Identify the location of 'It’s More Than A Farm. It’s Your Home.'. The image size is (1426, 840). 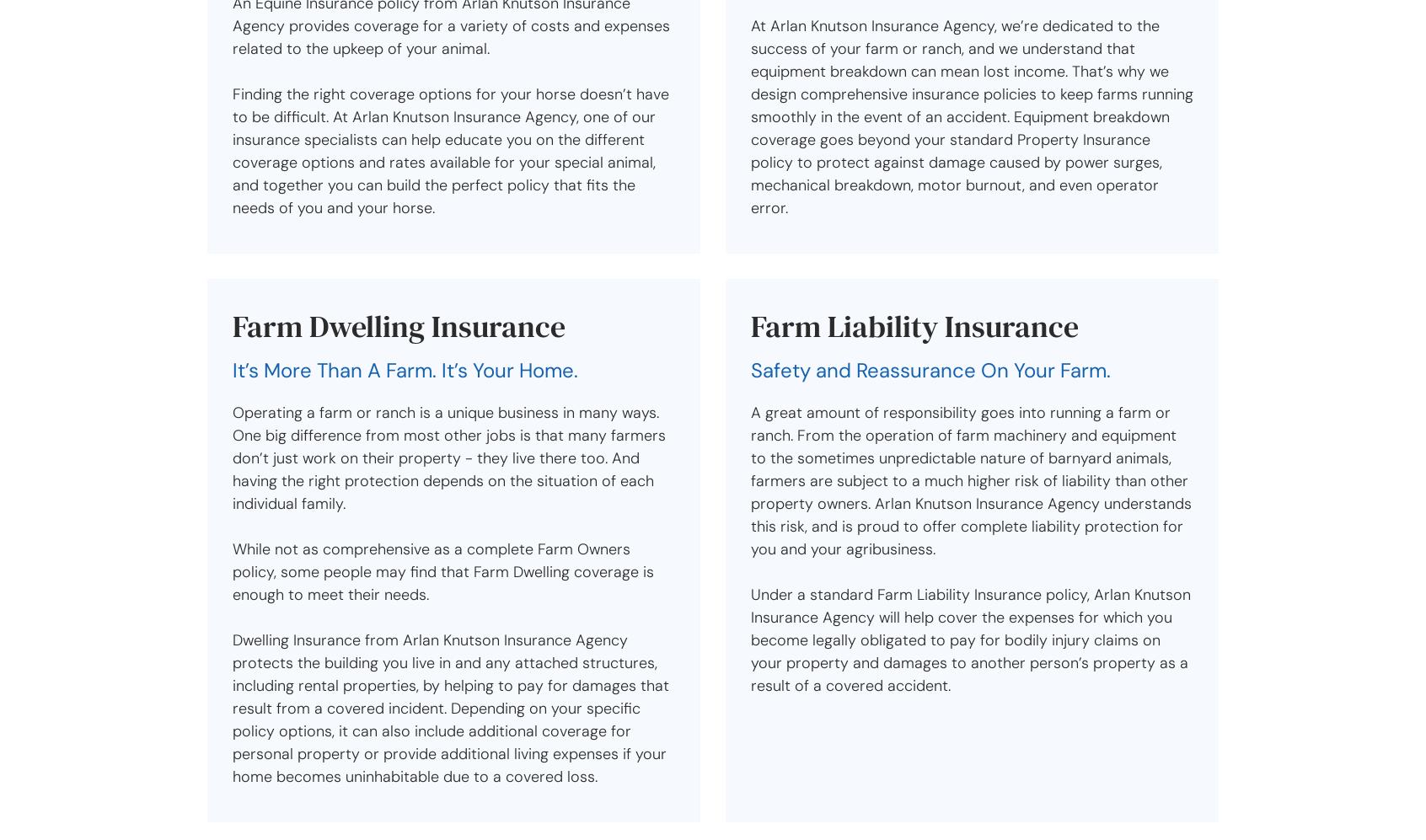
(232, 369).